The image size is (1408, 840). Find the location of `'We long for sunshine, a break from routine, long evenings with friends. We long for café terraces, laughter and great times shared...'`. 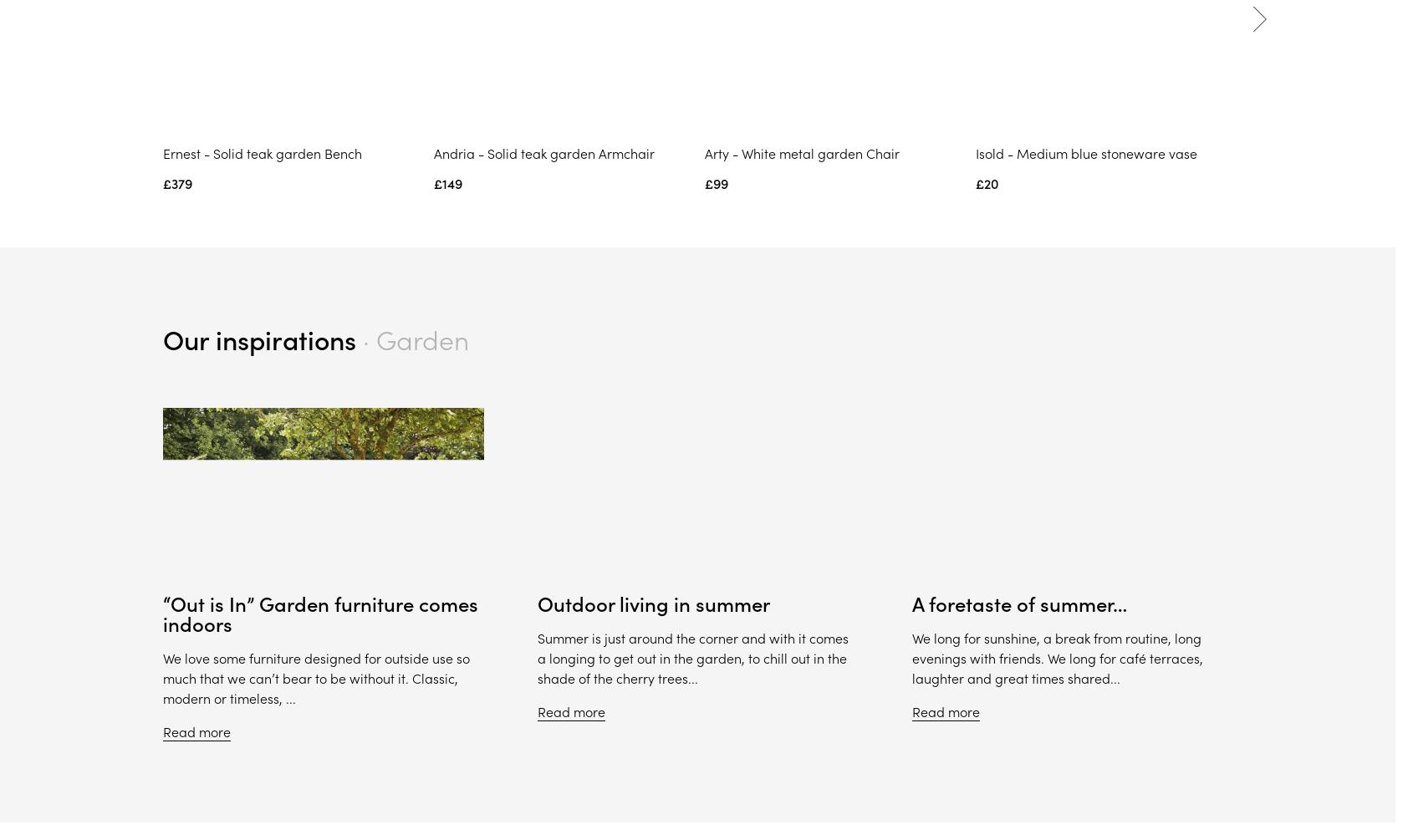

'We long for sunshine, a break from routine, long evenings with friends. We long for café terraces, laughter and great times shared...' is located at coordinates (1056, 659).